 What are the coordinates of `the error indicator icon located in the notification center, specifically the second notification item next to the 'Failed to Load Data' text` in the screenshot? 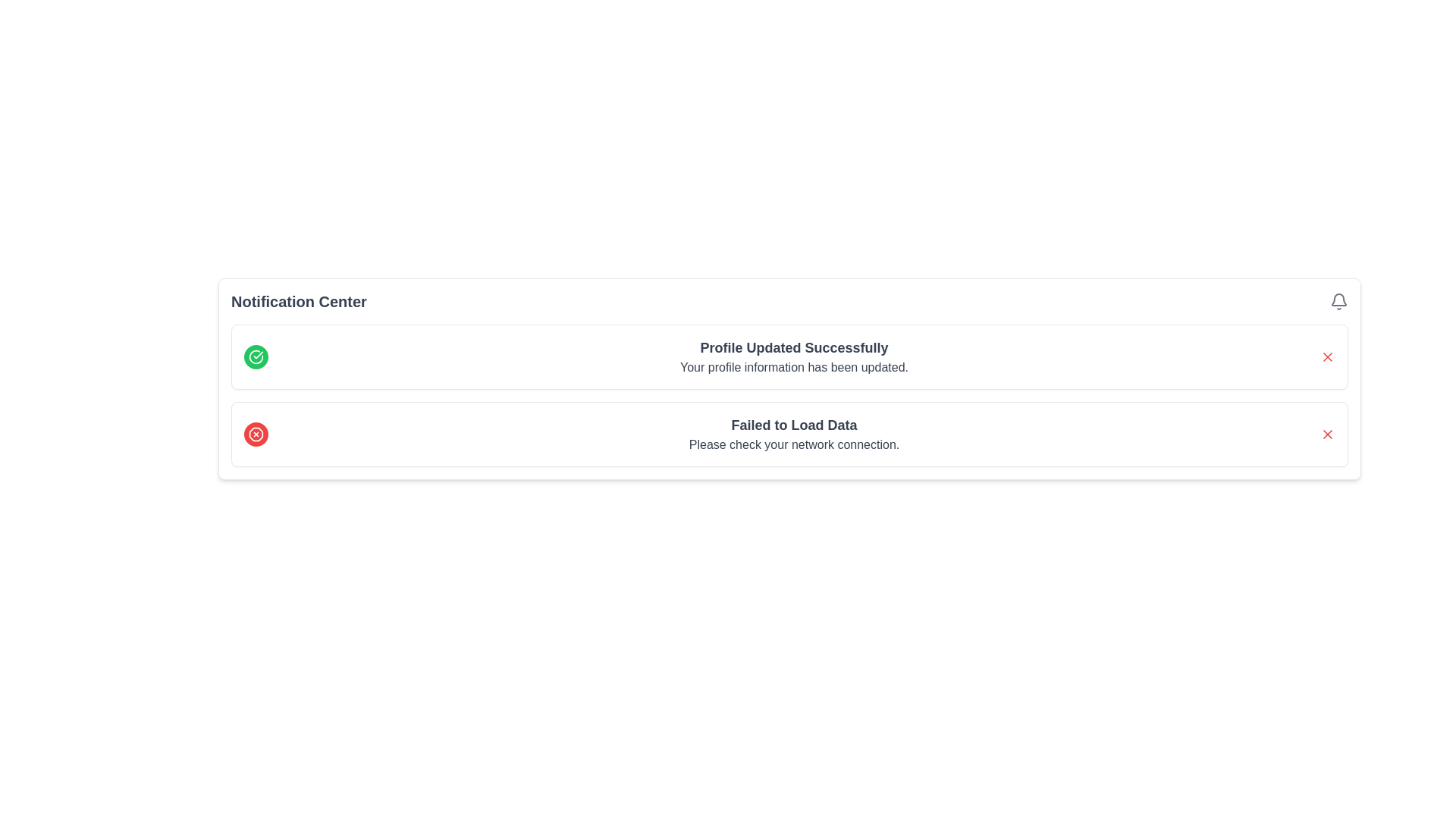 It's located at (256, 435).